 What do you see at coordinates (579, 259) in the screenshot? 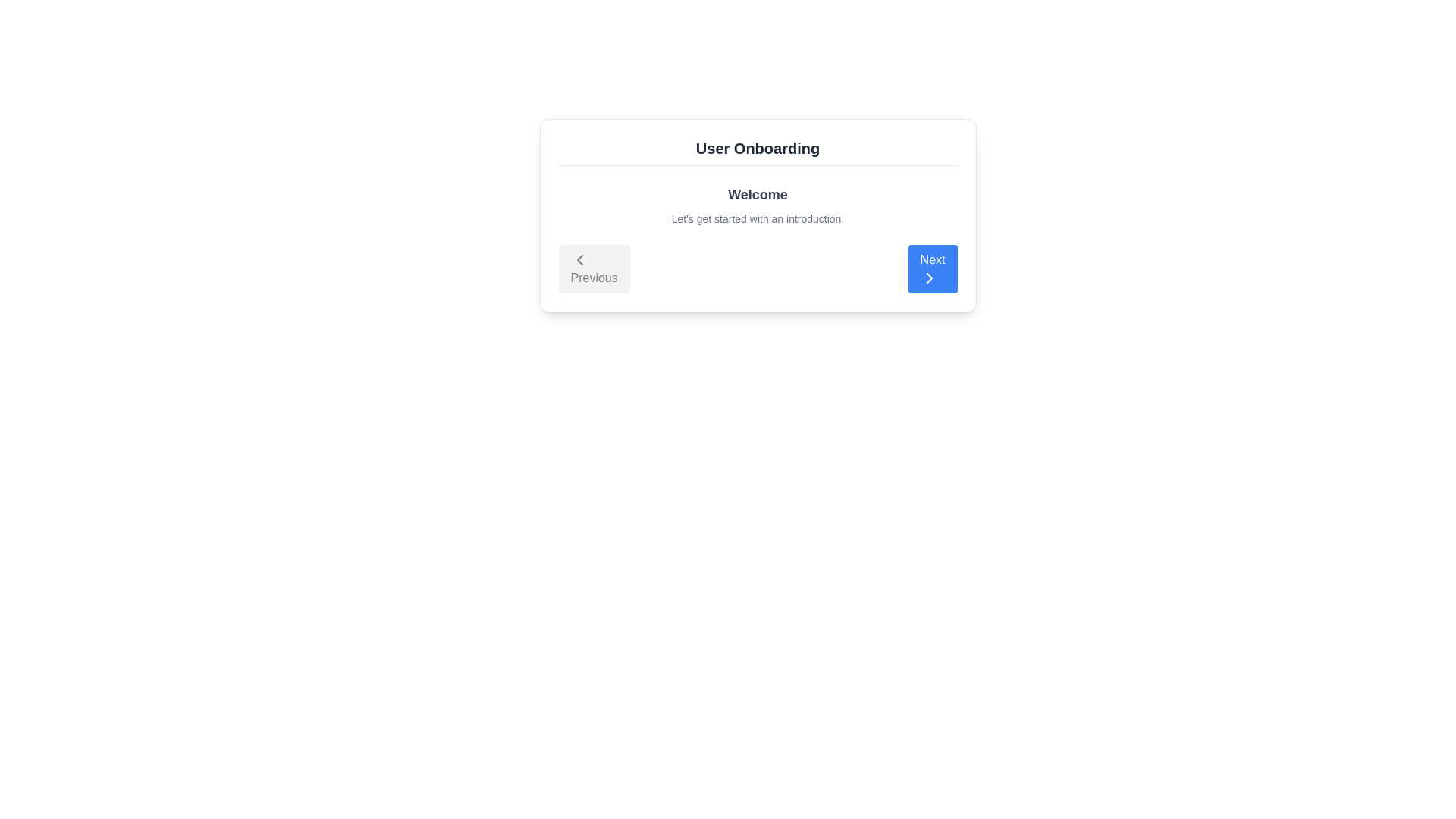
I see `the left-pointing chevron icon within the 'Previous' button at the bottom left section of the user onboarding card interface` at bounding box center [579, 259].